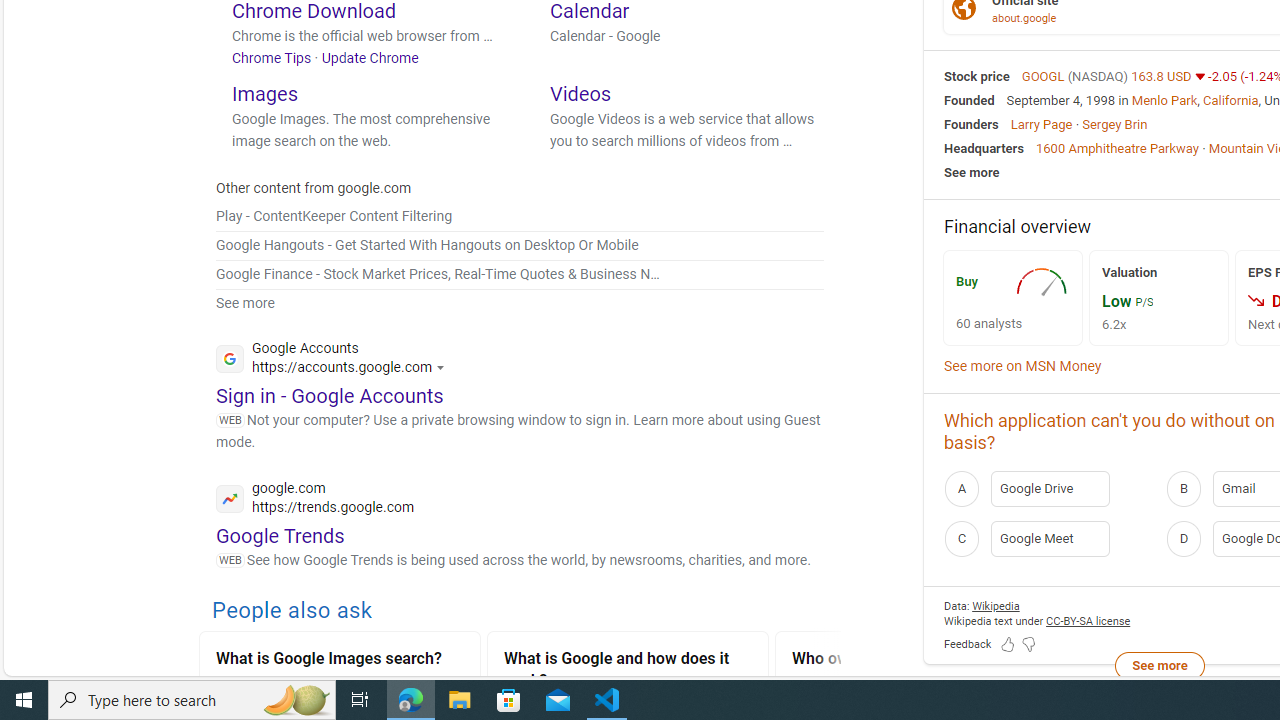  I want to click on 'Feedback Like', so click(1008, 645).